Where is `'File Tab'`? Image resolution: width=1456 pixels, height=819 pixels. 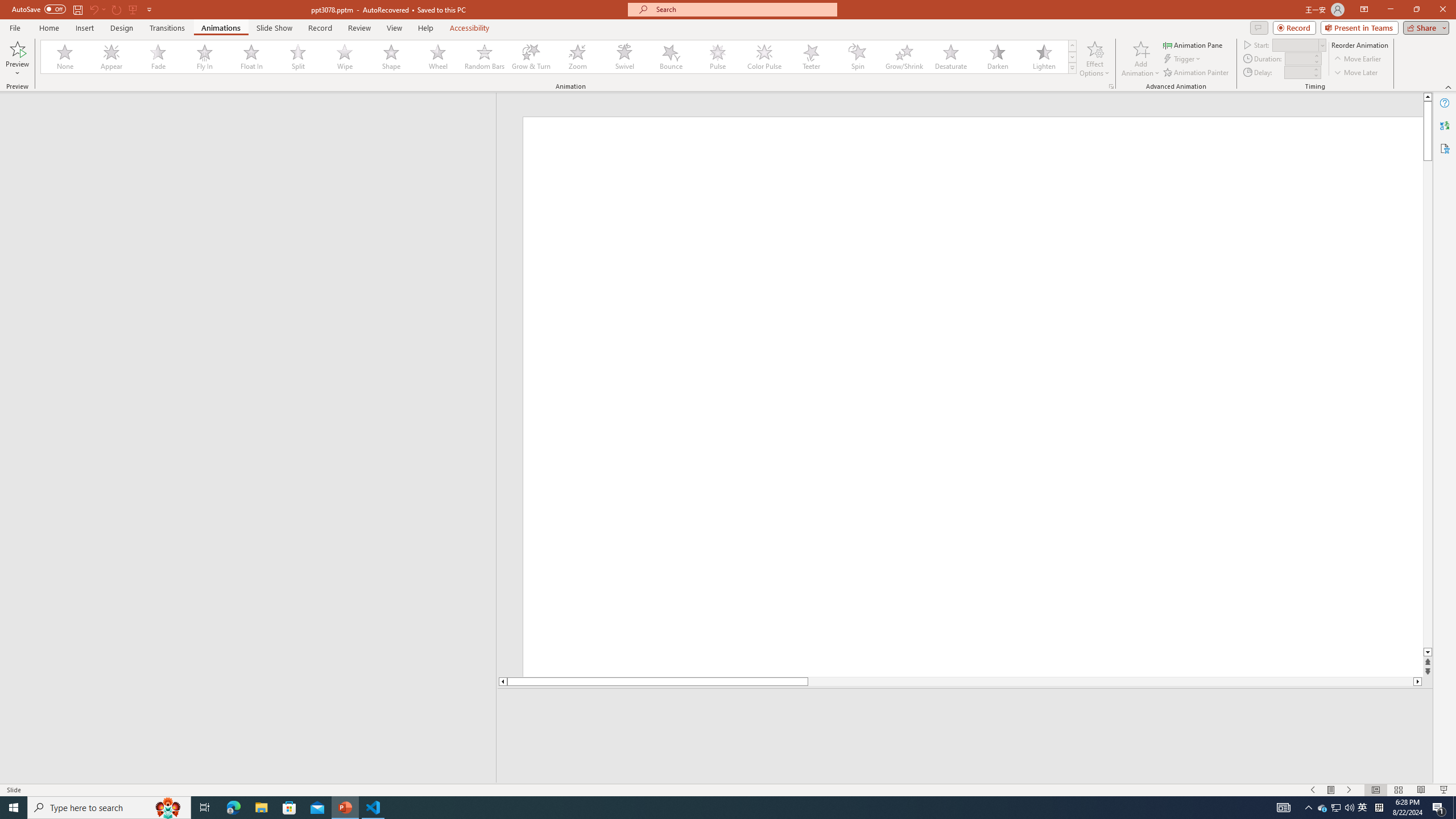 'File Tab' is located at coordinates (14, 27).